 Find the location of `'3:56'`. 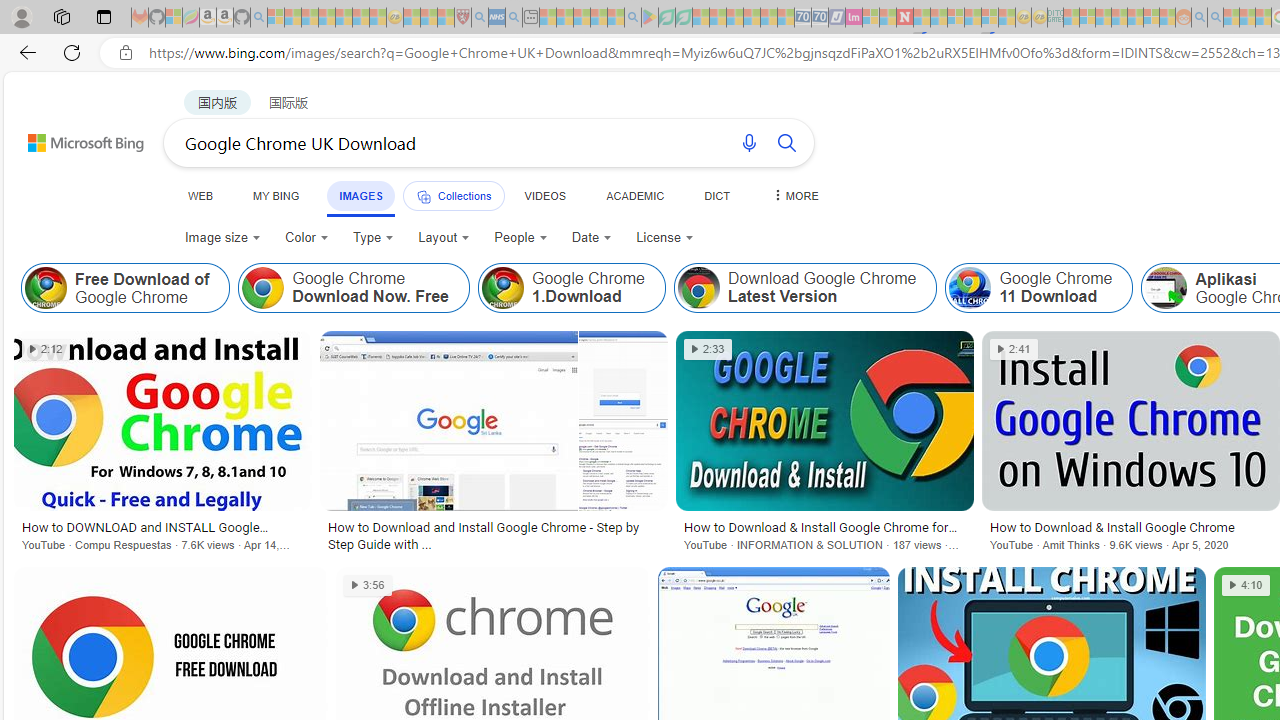

'3:56' is located at coordinates (368, 585).